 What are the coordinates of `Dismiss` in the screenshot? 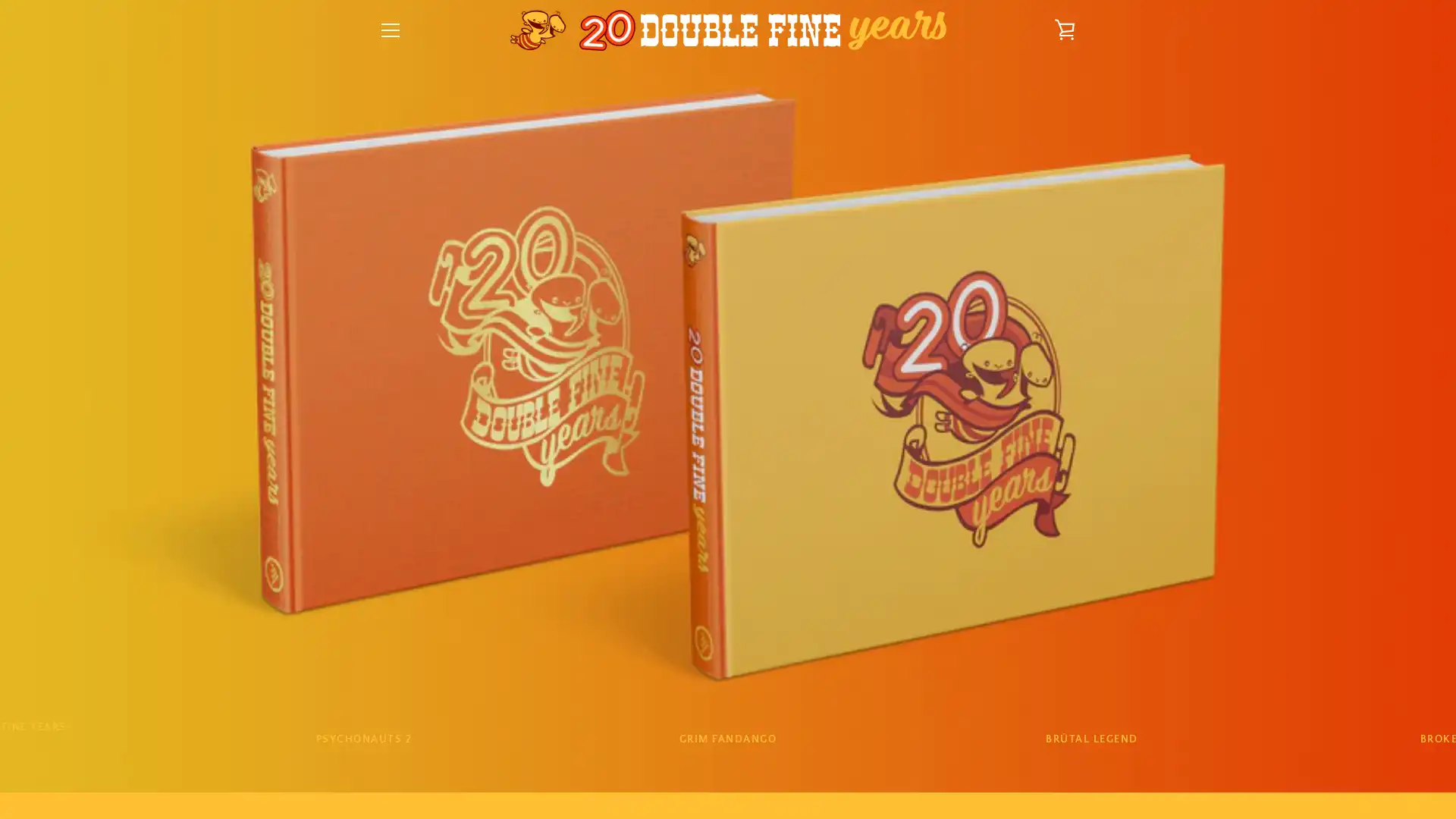 It's located at (896, 275).